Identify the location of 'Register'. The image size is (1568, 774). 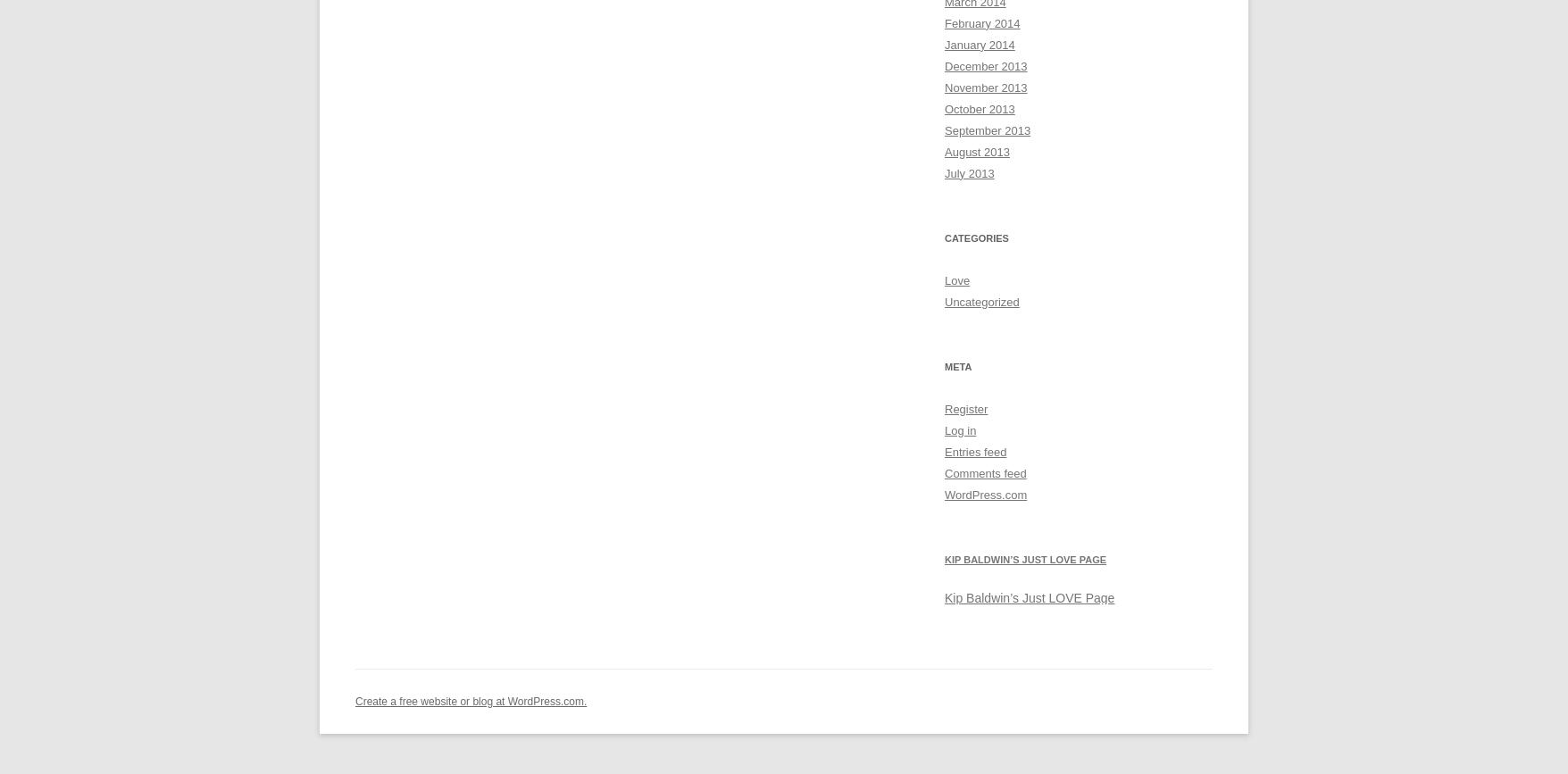
(965, 407).